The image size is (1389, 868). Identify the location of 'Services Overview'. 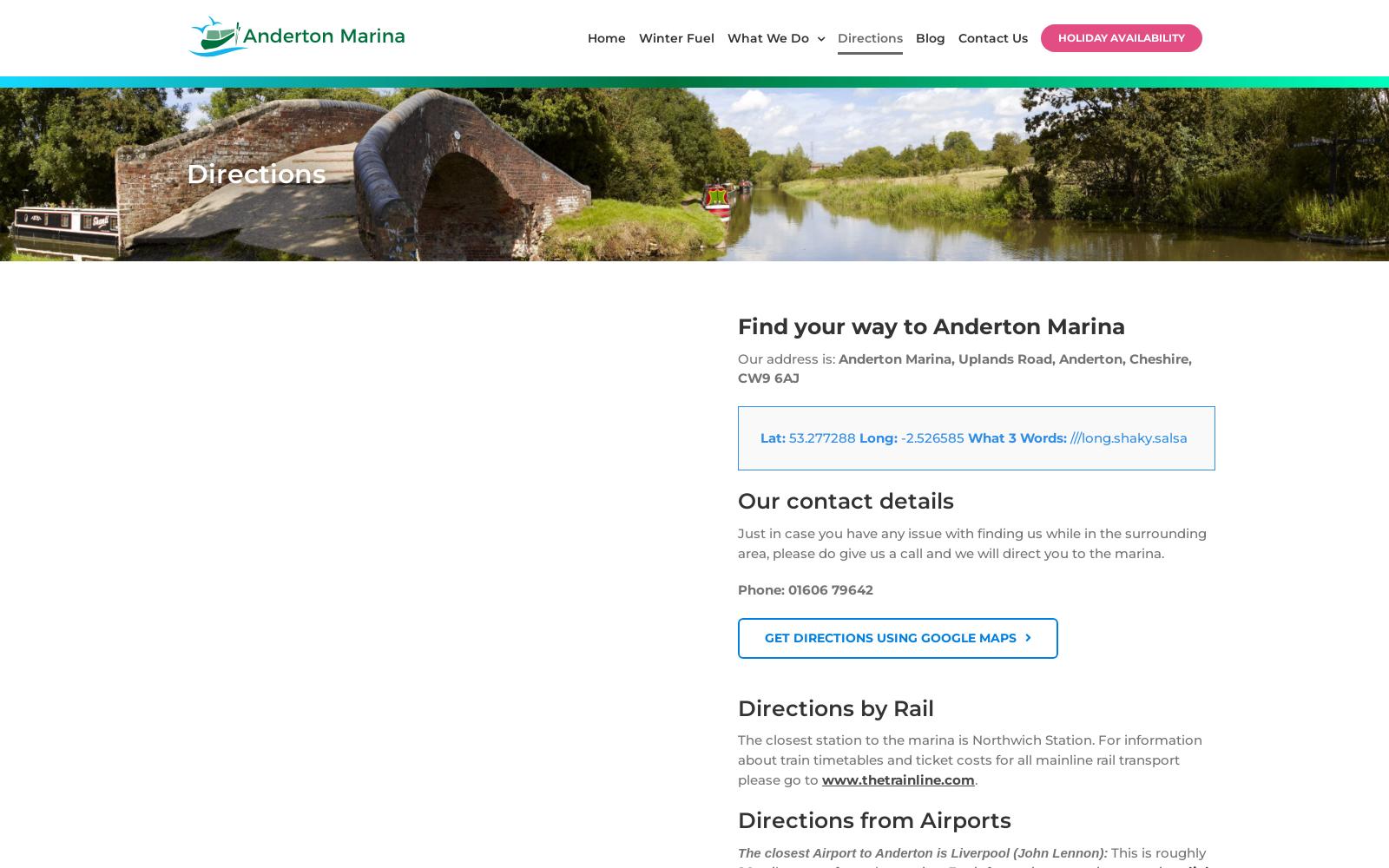
(267, 317).